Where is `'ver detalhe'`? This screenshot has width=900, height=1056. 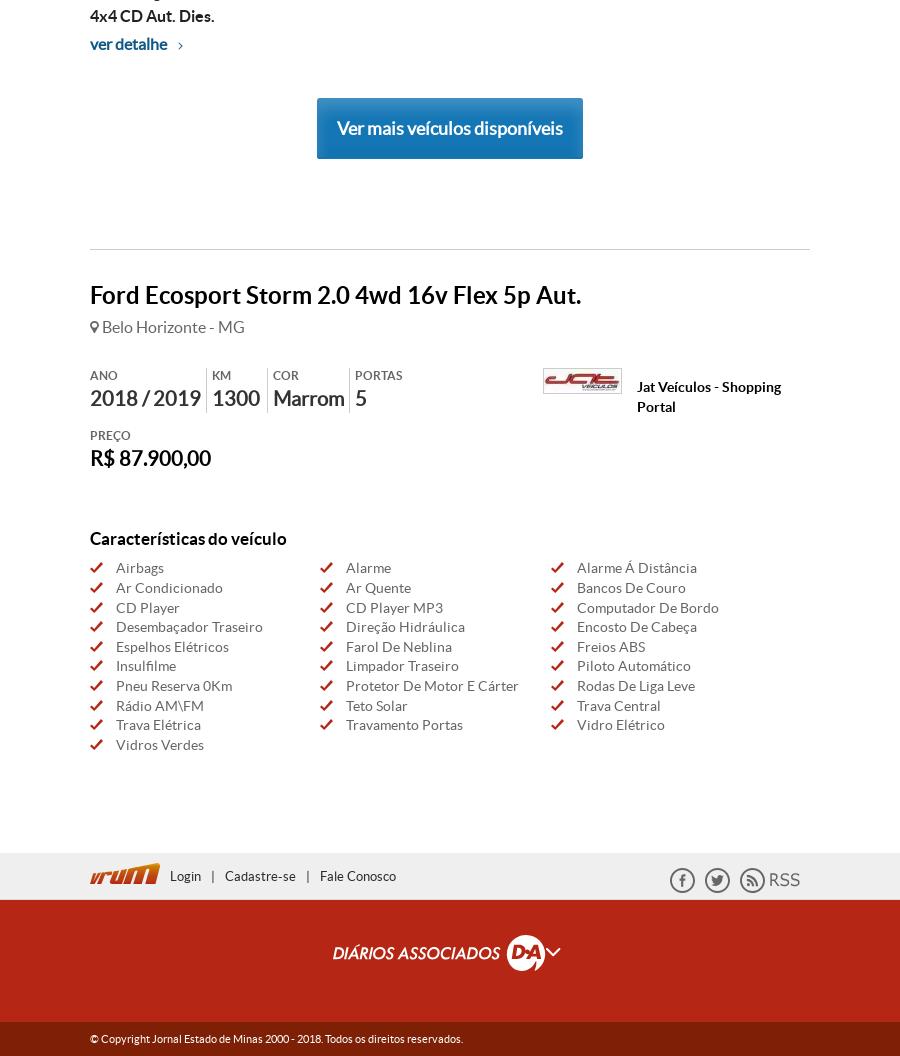
'ver detalhe' is located at coordinates (89, 42).